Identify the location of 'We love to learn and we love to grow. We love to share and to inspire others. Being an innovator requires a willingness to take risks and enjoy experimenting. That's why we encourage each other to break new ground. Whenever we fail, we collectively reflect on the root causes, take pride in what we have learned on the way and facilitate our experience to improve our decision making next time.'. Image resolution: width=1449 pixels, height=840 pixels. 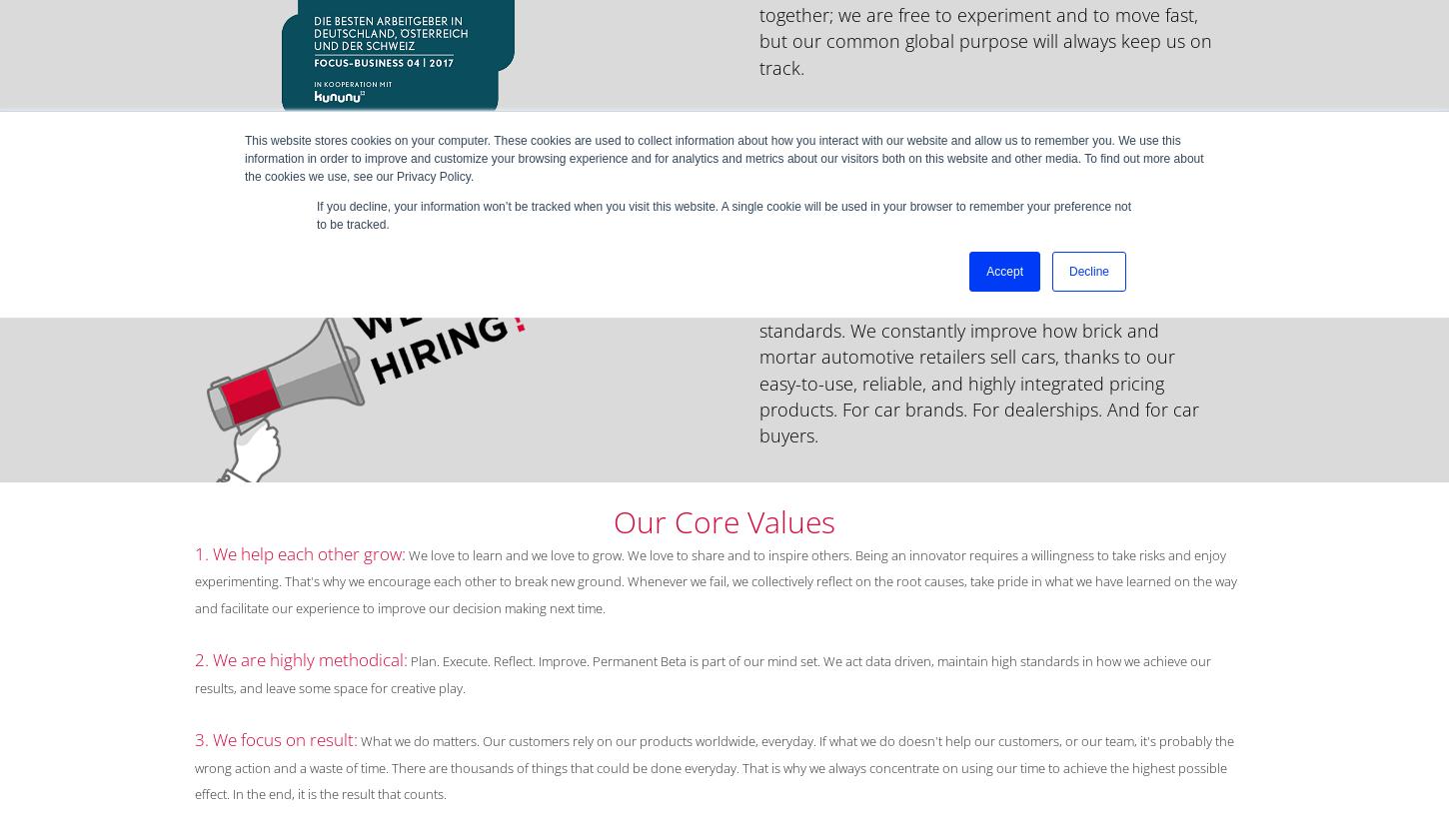
(194, 580).